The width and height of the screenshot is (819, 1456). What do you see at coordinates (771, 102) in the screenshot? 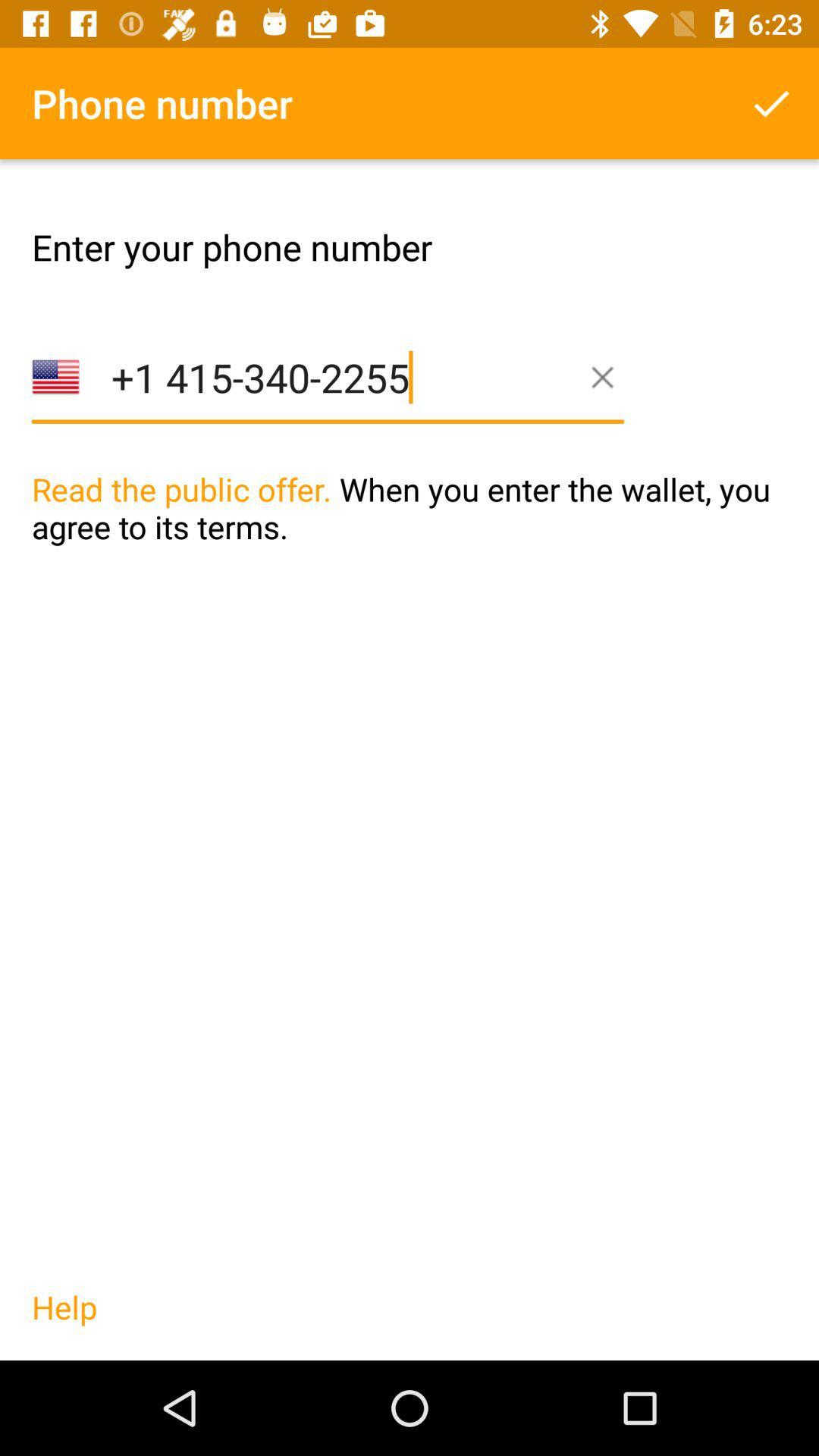
I see `the item above the read the public icon` at bounding box center [771, 102].